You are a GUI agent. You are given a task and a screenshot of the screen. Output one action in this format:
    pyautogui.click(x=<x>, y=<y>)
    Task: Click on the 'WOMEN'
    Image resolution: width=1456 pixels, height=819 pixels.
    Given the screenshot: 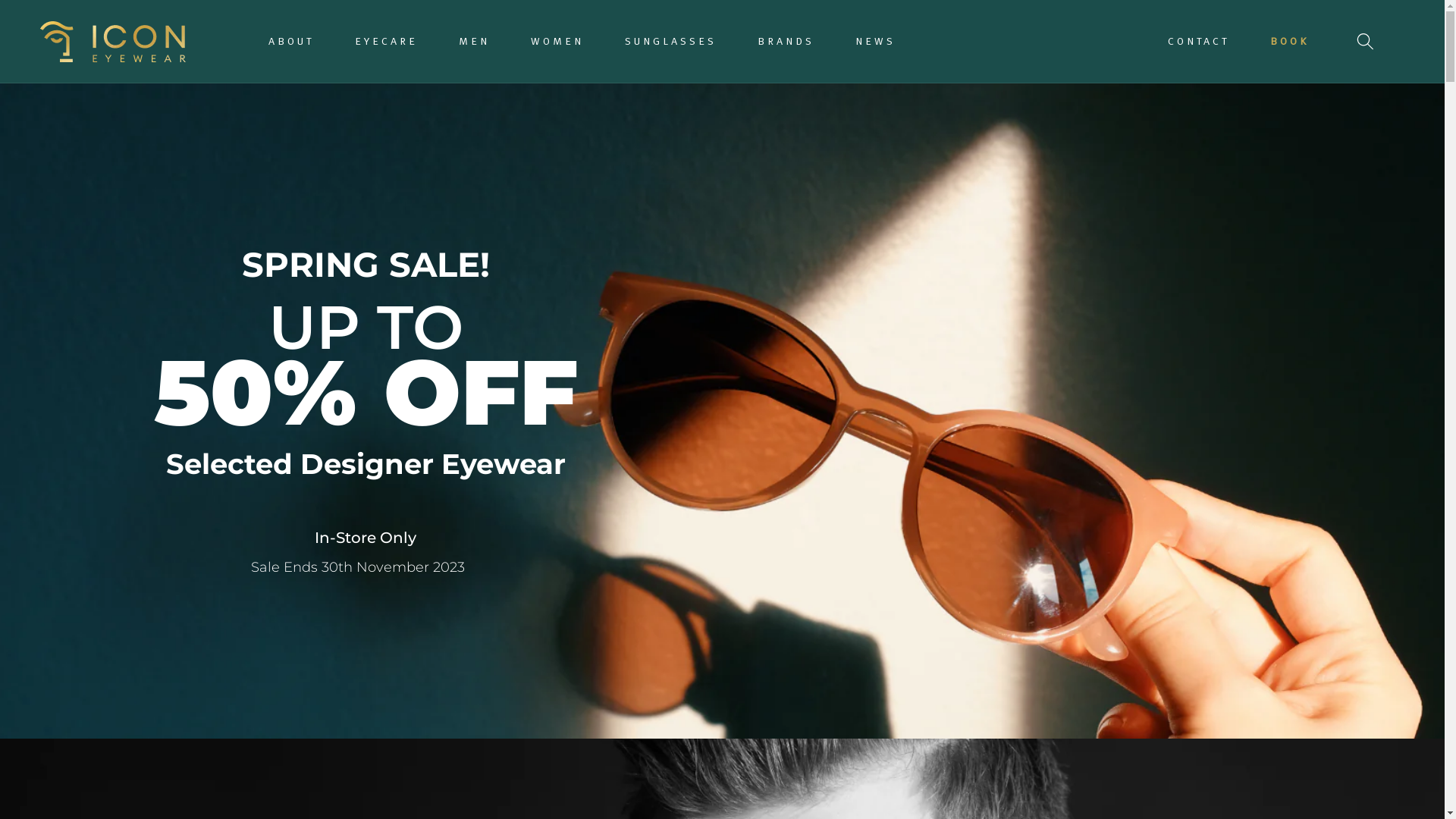 What is the action you would take?
    pyautogui.click(x=521, y=40)
    